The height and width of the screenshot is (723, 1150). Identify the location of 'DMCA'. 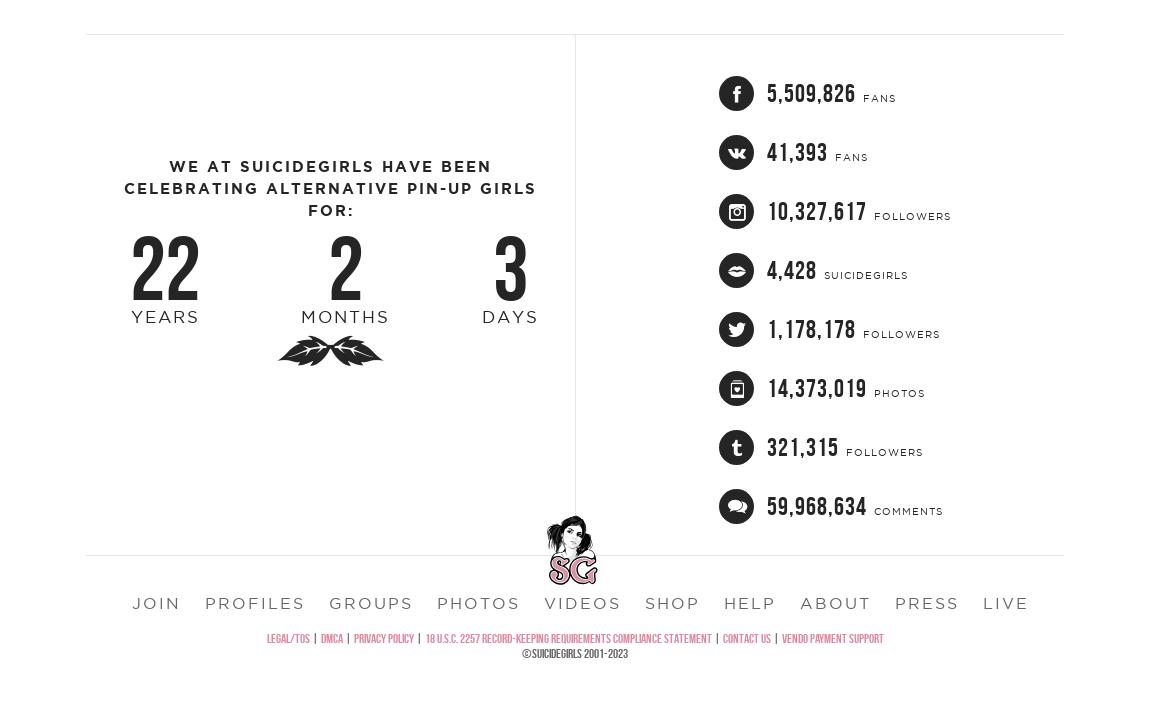
(330, 686).